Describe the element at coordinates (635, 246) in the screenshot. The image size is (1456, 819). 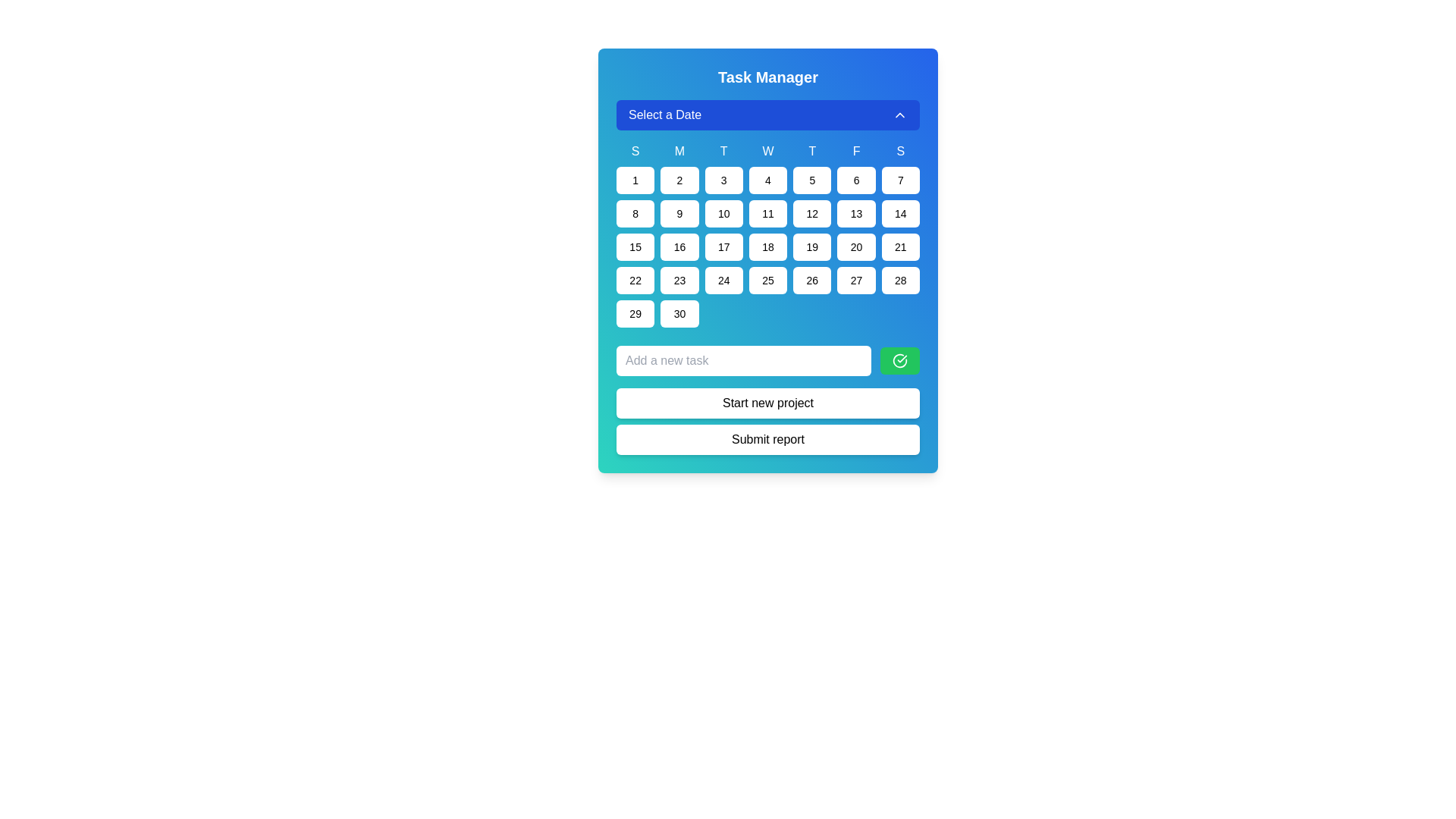
I see `the button displaying the number '15' in the calendar grid` at that location.